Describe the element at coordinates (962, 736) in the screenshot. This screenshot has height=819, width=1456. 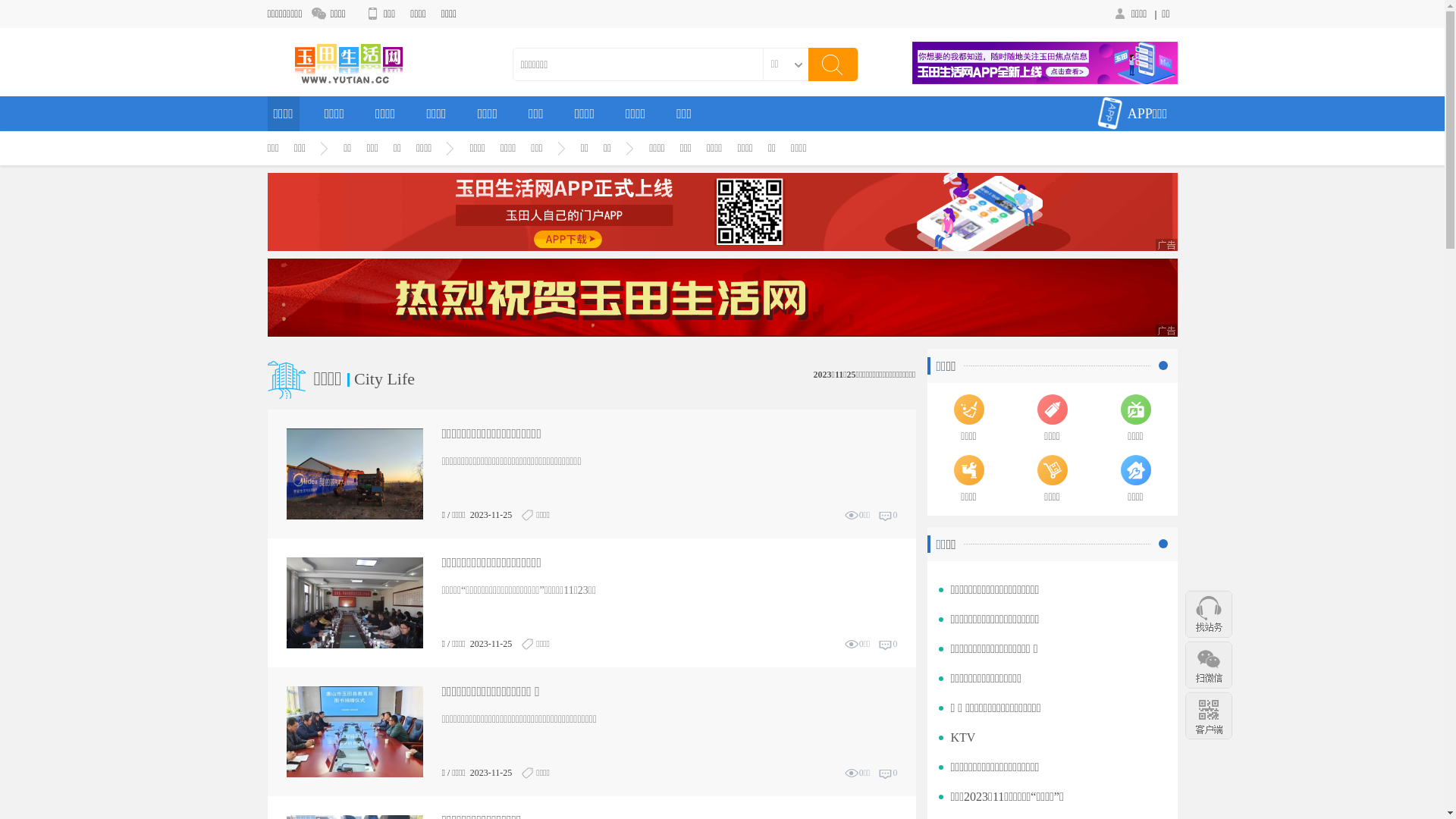
I see `'KTV'` at that location.